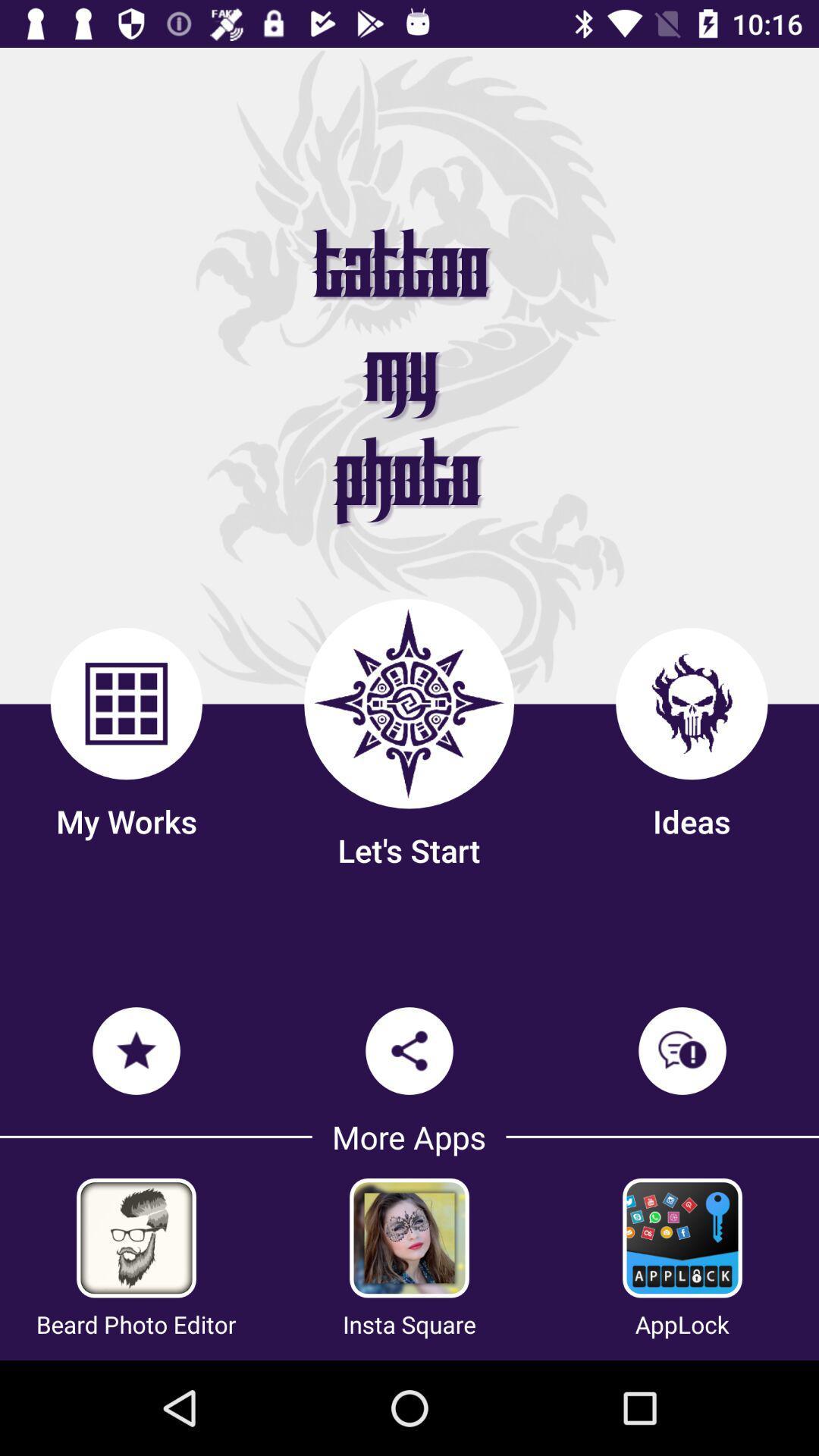 The width and height of the screenshot is (819, 1456). Describe the element at coordinates (408, 703) in the screenshot. I see `the option above lets start` at that location.